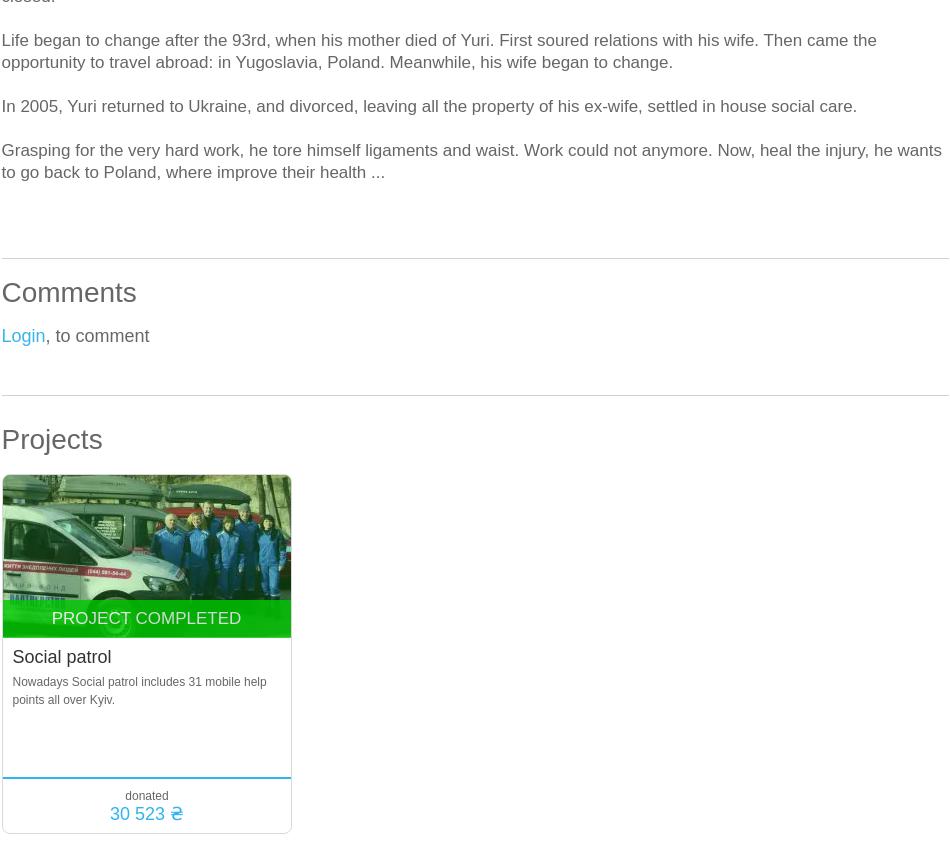 This screenshot has width=950, height=849. What do you see at coordinates (1, 336) in the screenshot?
I see `'Login'` at bounding box center [1, 336].